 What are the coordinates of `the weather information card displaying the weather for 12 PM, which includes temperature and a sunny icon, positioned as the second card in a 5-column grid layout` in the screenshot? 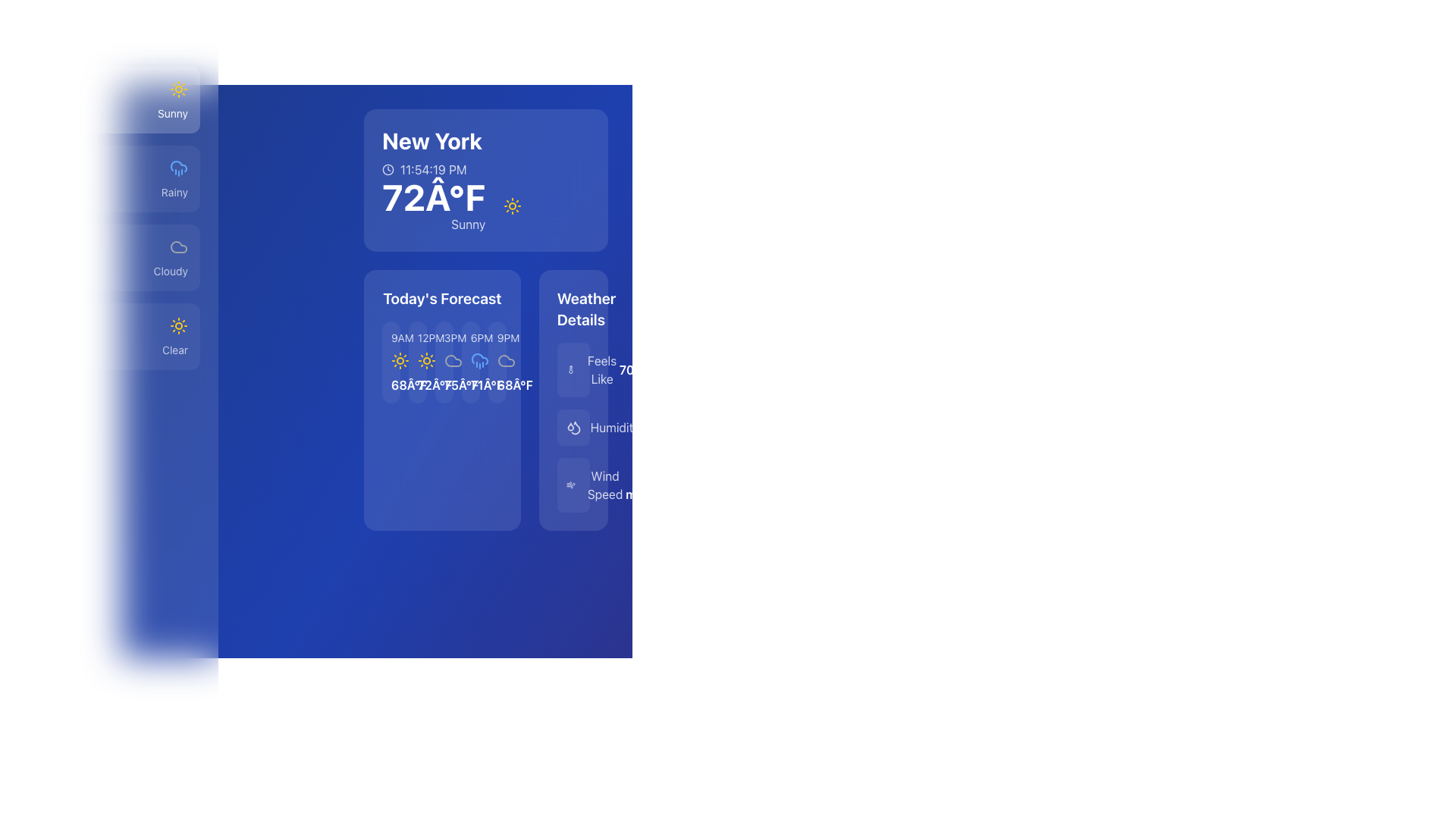 It's located at (417, 362).